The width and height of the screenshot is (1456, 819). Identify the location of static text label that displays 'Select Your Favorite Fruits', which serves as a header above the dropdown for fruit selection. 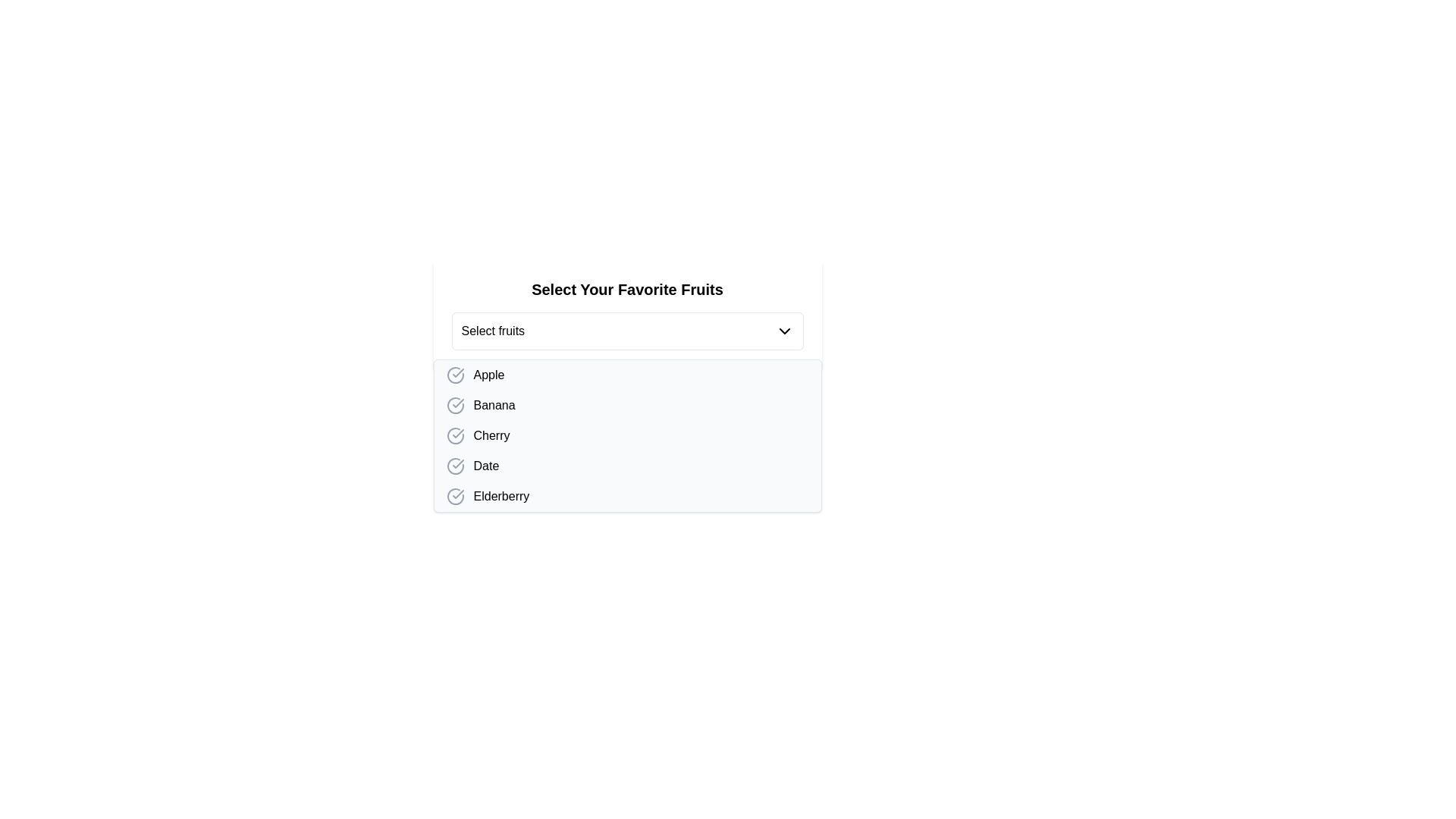
(627, 289).